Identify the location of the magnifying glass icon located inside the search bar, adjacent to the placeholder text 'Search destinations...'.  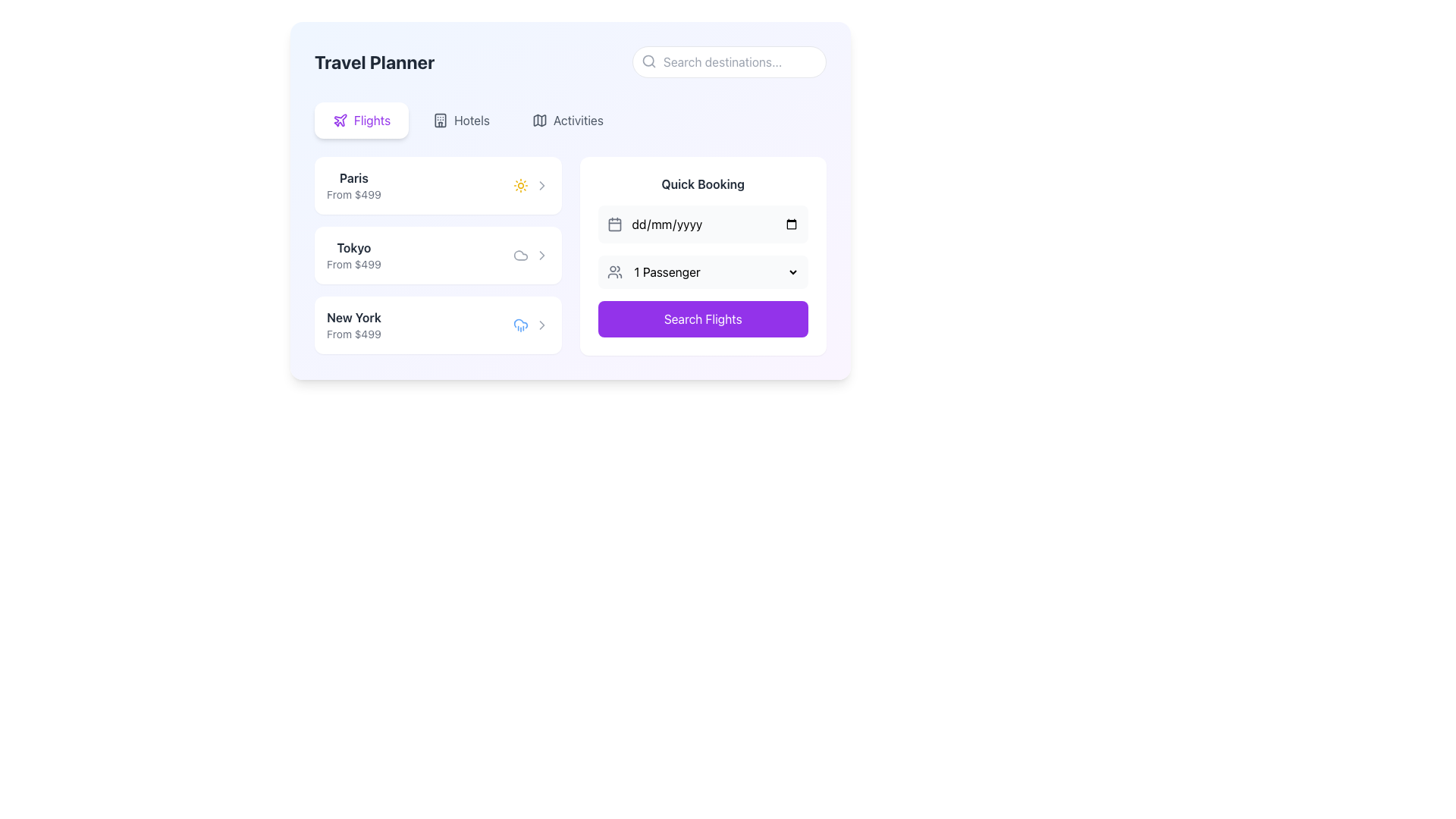
(648, 61).